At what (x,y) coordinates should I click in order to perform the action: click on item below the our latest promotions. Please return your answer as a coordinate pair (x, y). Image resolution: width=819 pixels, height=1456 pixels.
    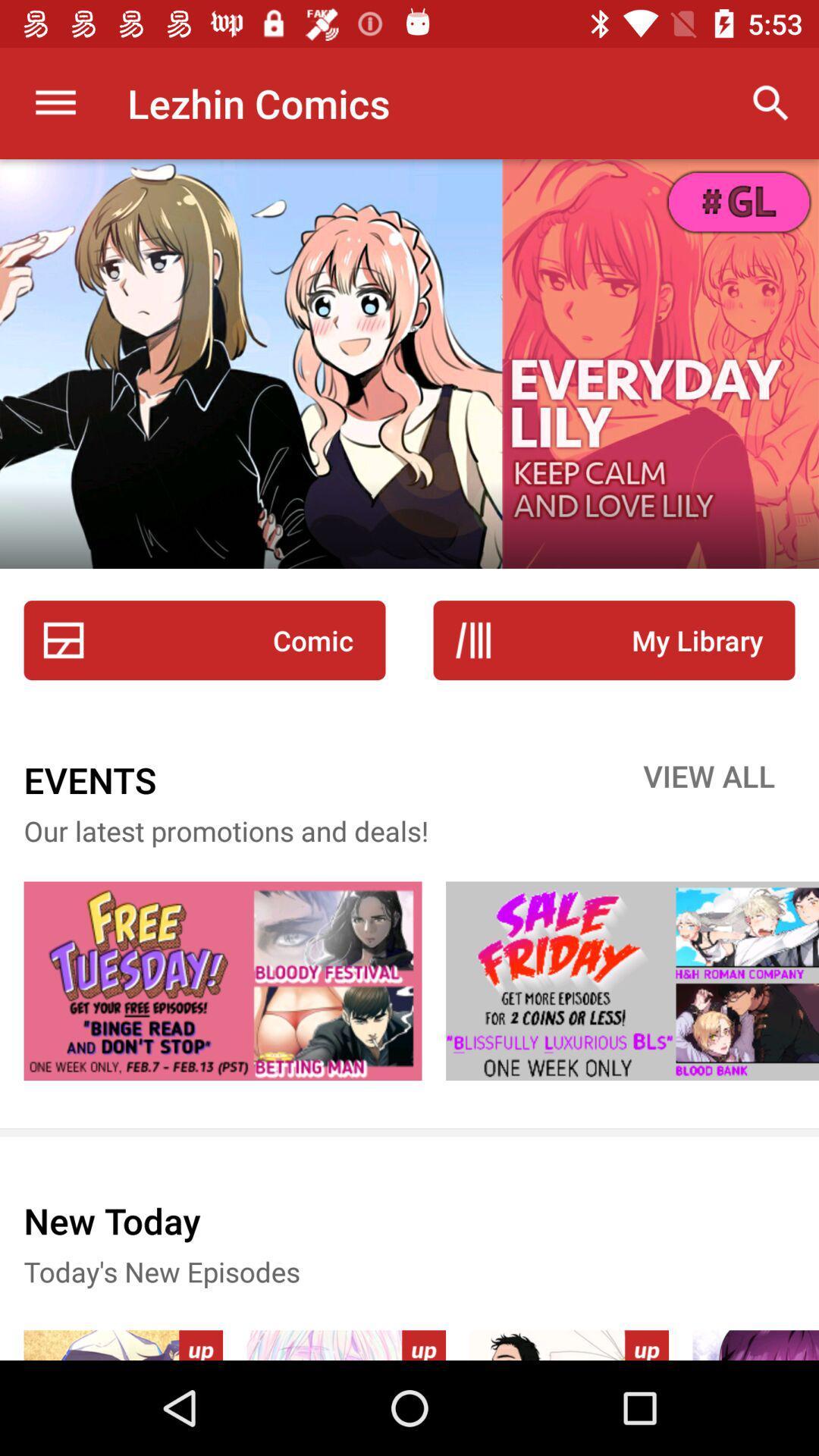
    Looking at the image, I should click on (632, 981).